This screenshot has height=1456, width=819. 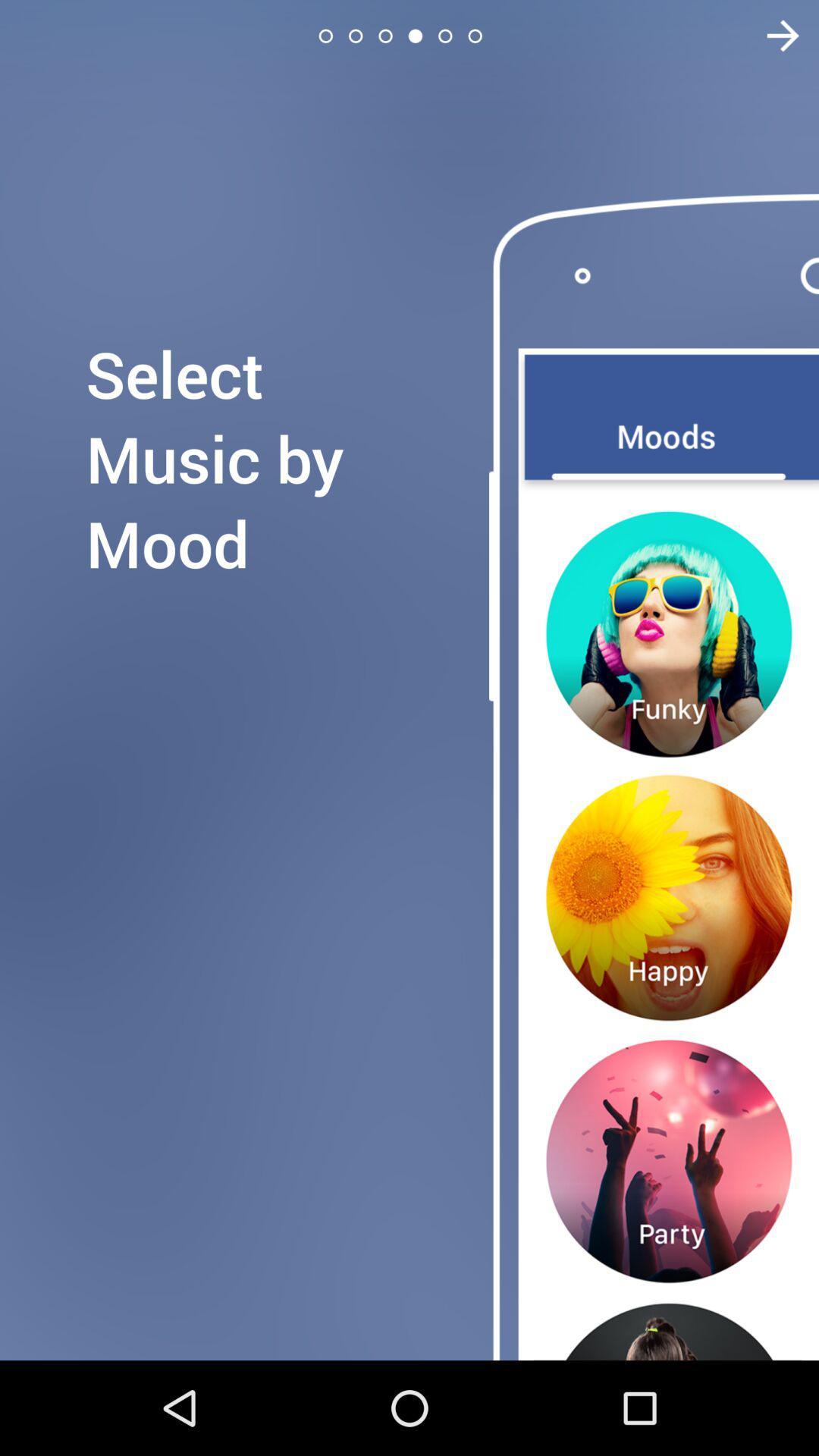 What do you see at coordinates (773, 36) in the screenshot?
I see `for next` at bounding box center [773, 36].